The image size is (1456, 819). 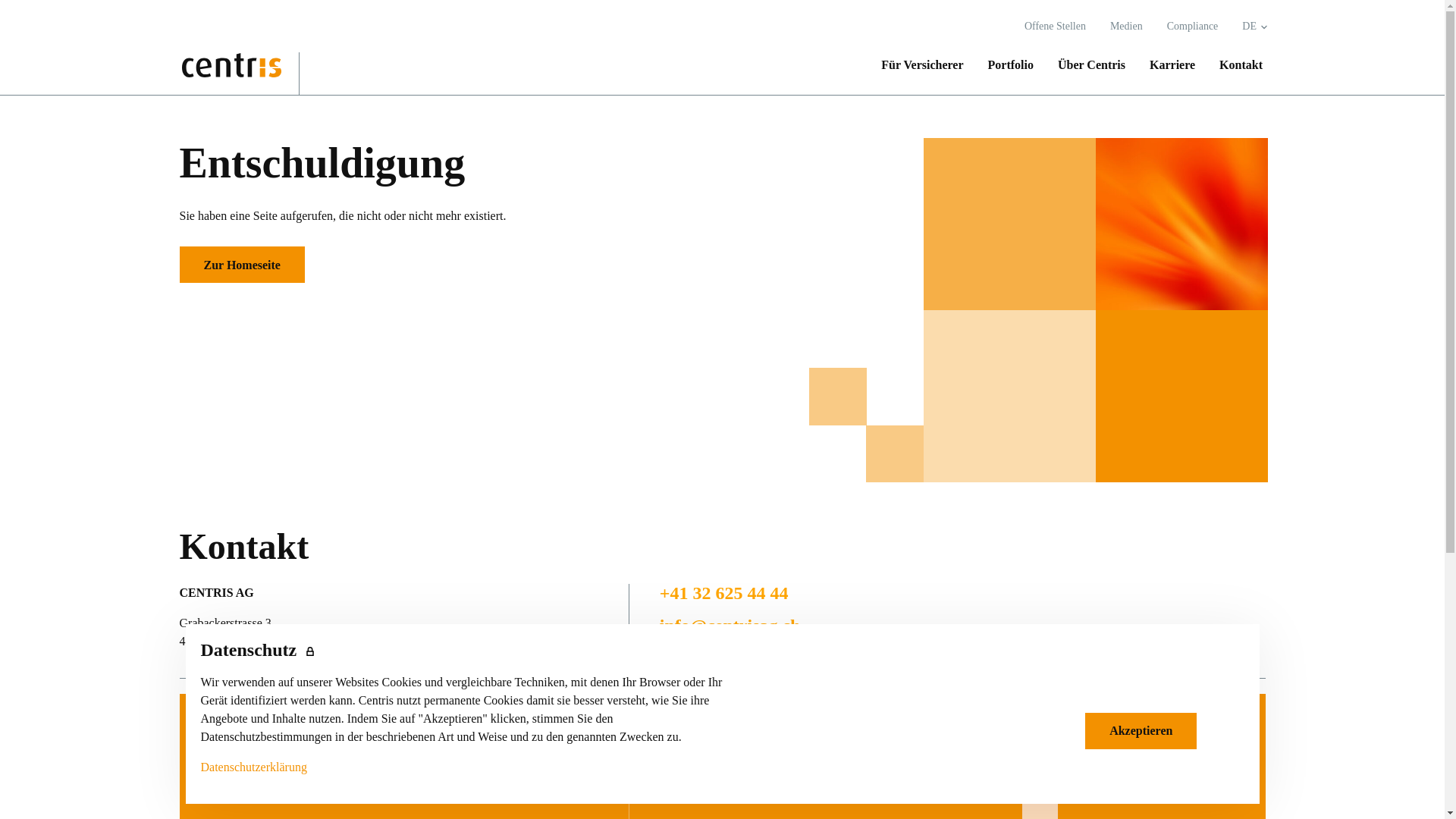 I want to click on 'Portfolio', so click(x=1011, y=64).